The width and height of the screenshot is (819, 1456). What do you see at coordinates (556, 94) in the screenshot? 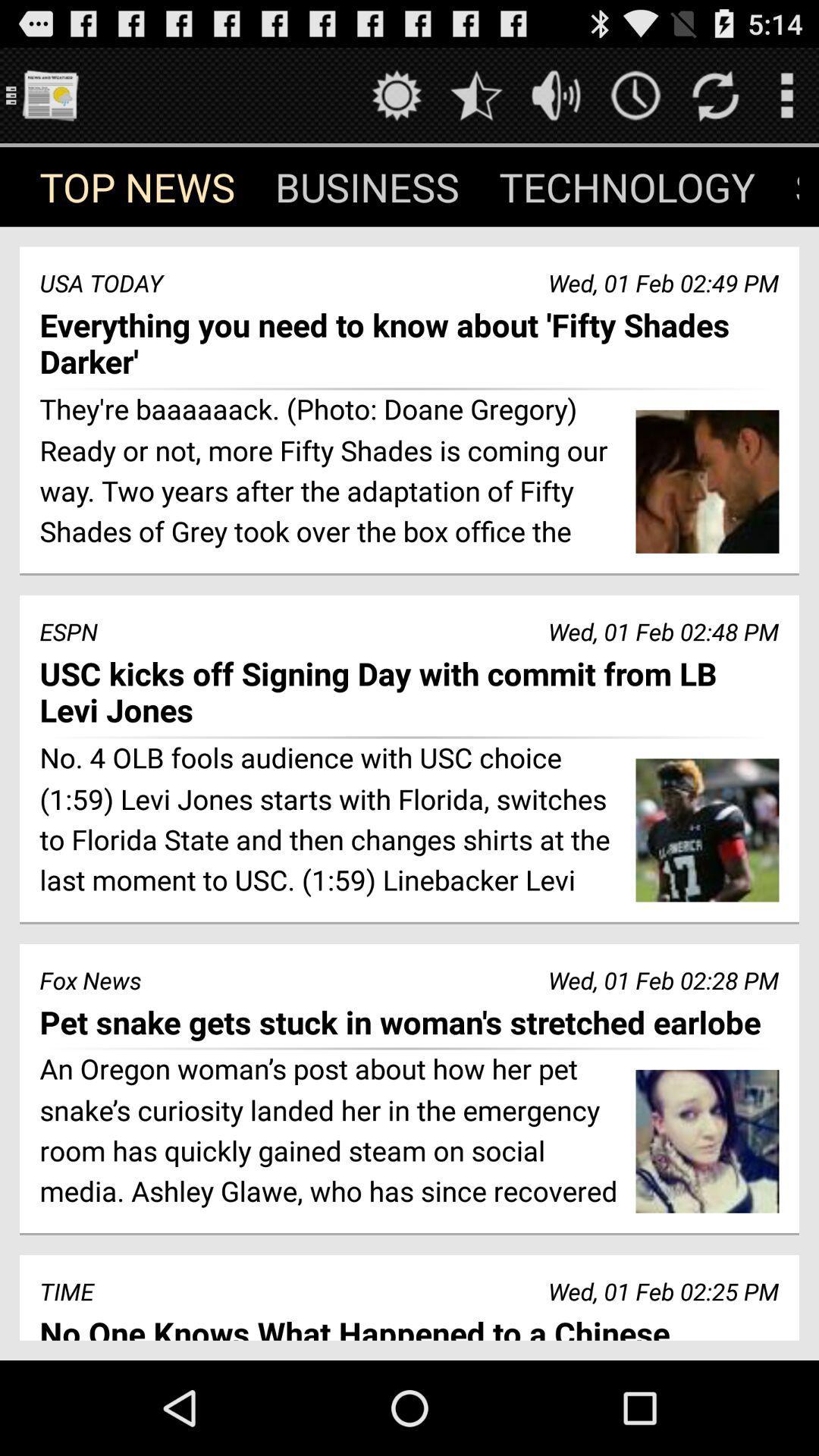
I see `change volume level` at bounding box center [556, 94].